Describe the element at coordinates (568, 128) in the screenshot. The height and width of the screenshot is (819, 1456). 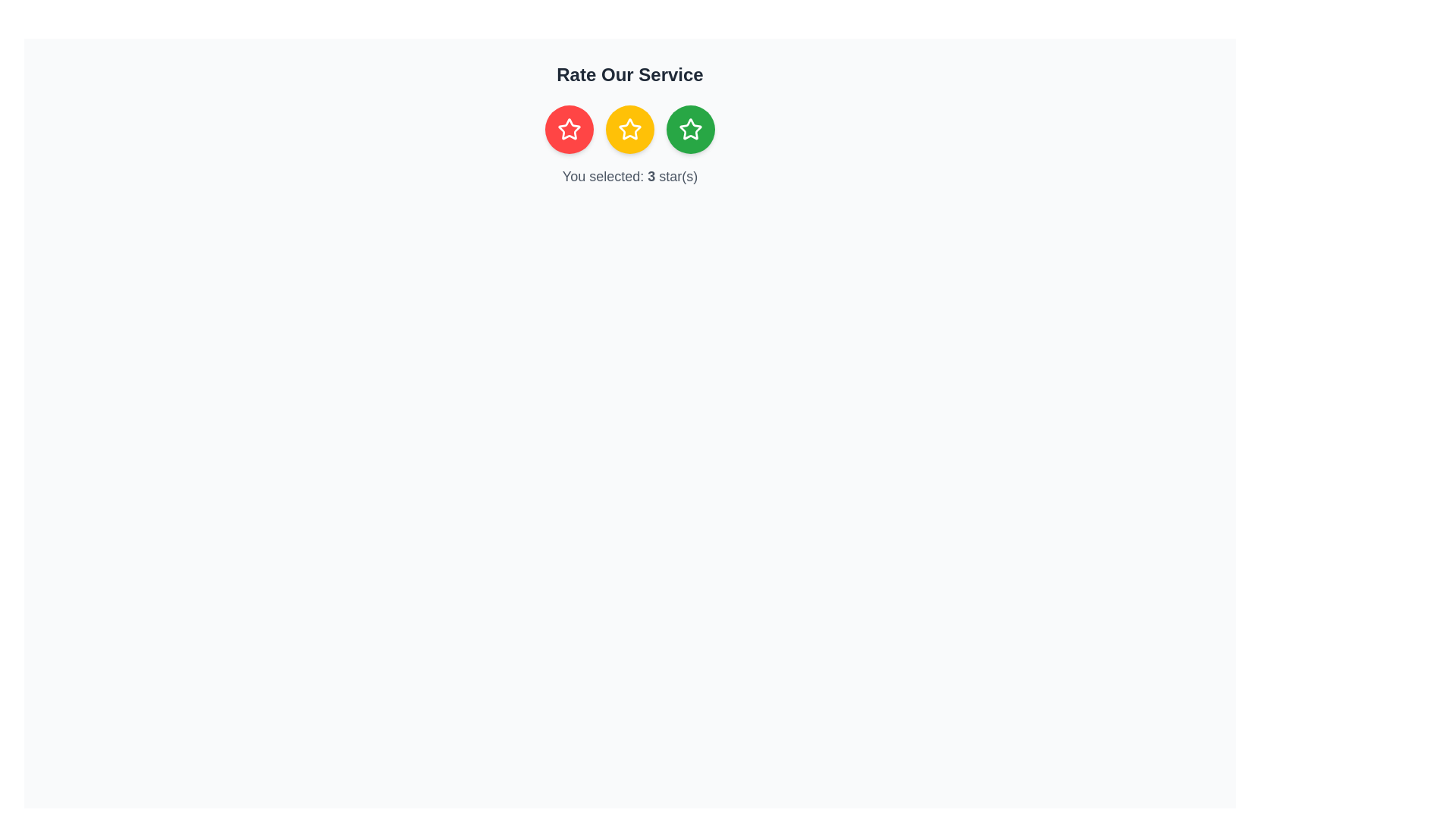
I see `the circular button with a red background and white star, which is the leftmost element in a group of three icons below the heading 'Rate Our Service'` at that location.